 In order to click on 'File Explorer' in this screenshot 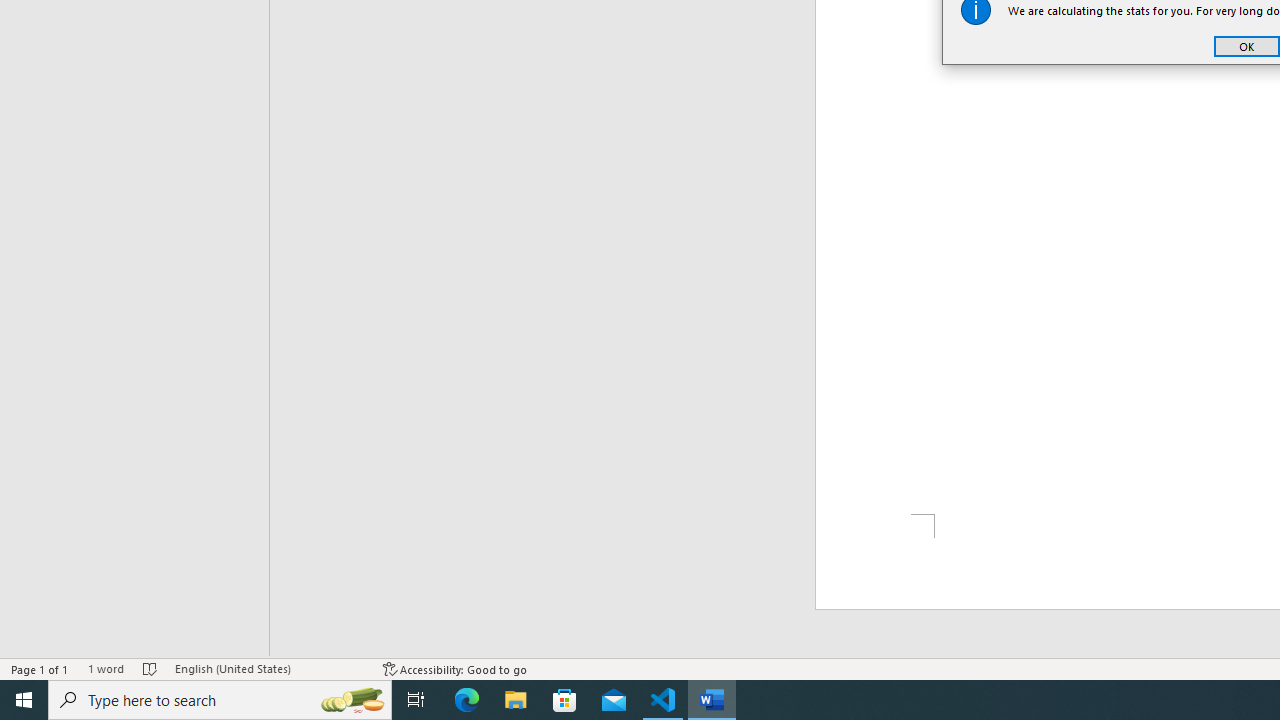, I will do `click(516, 698)`.